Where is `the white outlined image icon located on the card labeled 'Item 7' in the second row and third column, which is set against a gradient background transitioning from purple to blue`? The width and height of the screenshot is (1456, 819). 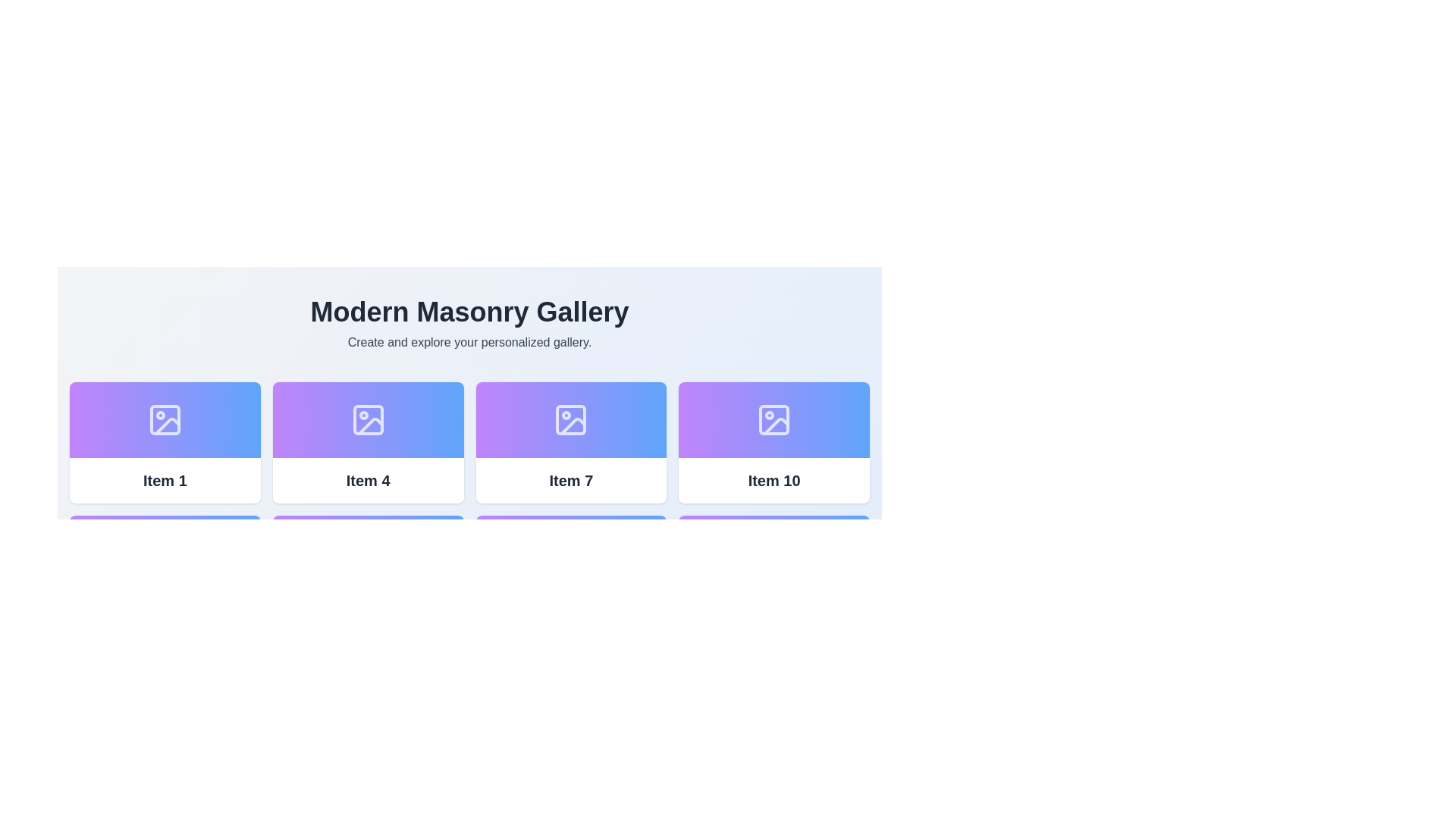
the white outlined image icon located on the card labeled 'Item 7' in the second row and third column, which is set against a gradient background transitioning from purple to blue is located at coordinates (570, 420).